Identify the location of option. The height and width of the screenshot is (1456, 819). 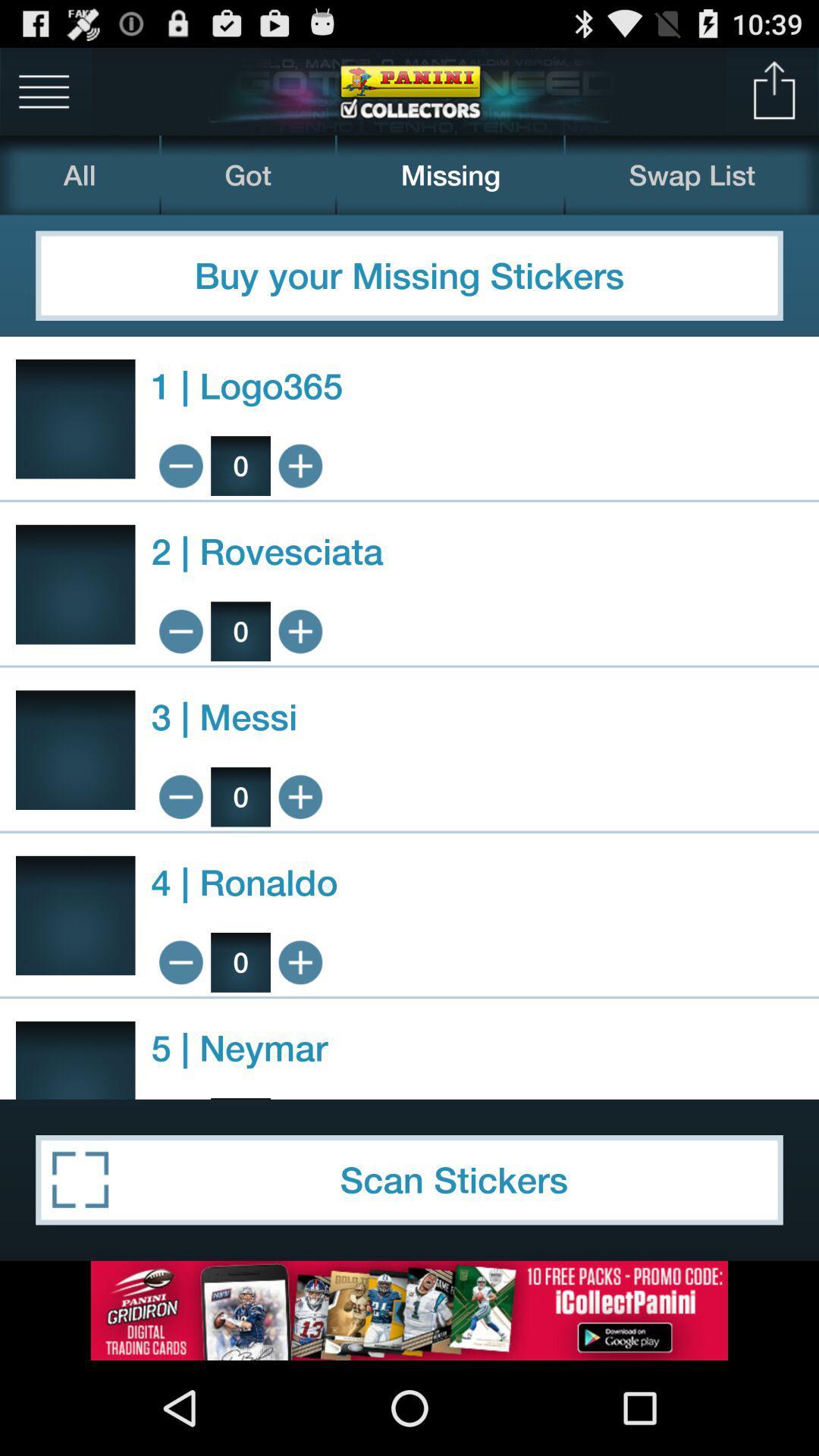
(300, 1099).